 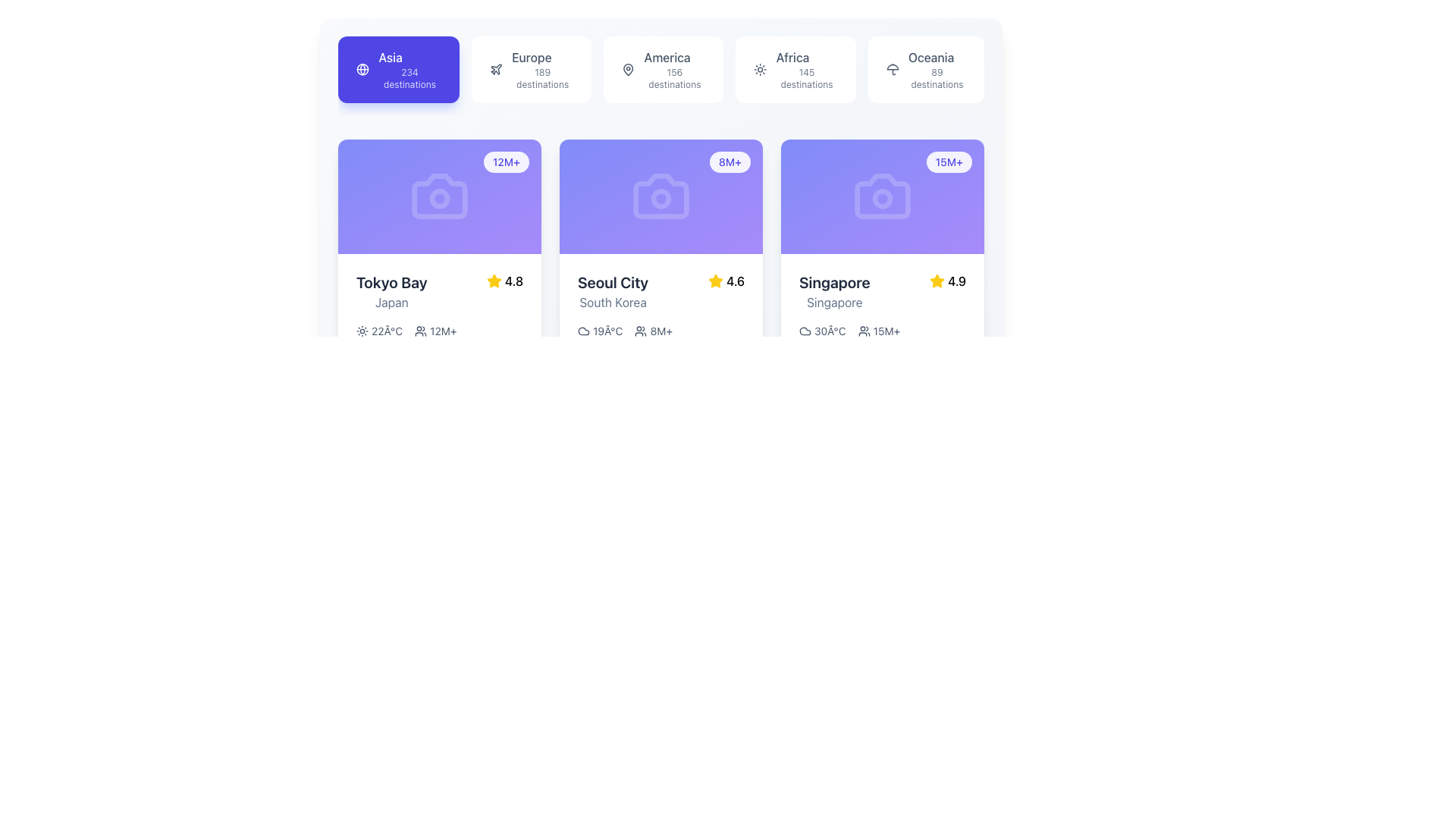 I want to click on bolded text label 'Africa' located at the top of the card component, which is part of a row of continent cards, so click(x=792, y=57).